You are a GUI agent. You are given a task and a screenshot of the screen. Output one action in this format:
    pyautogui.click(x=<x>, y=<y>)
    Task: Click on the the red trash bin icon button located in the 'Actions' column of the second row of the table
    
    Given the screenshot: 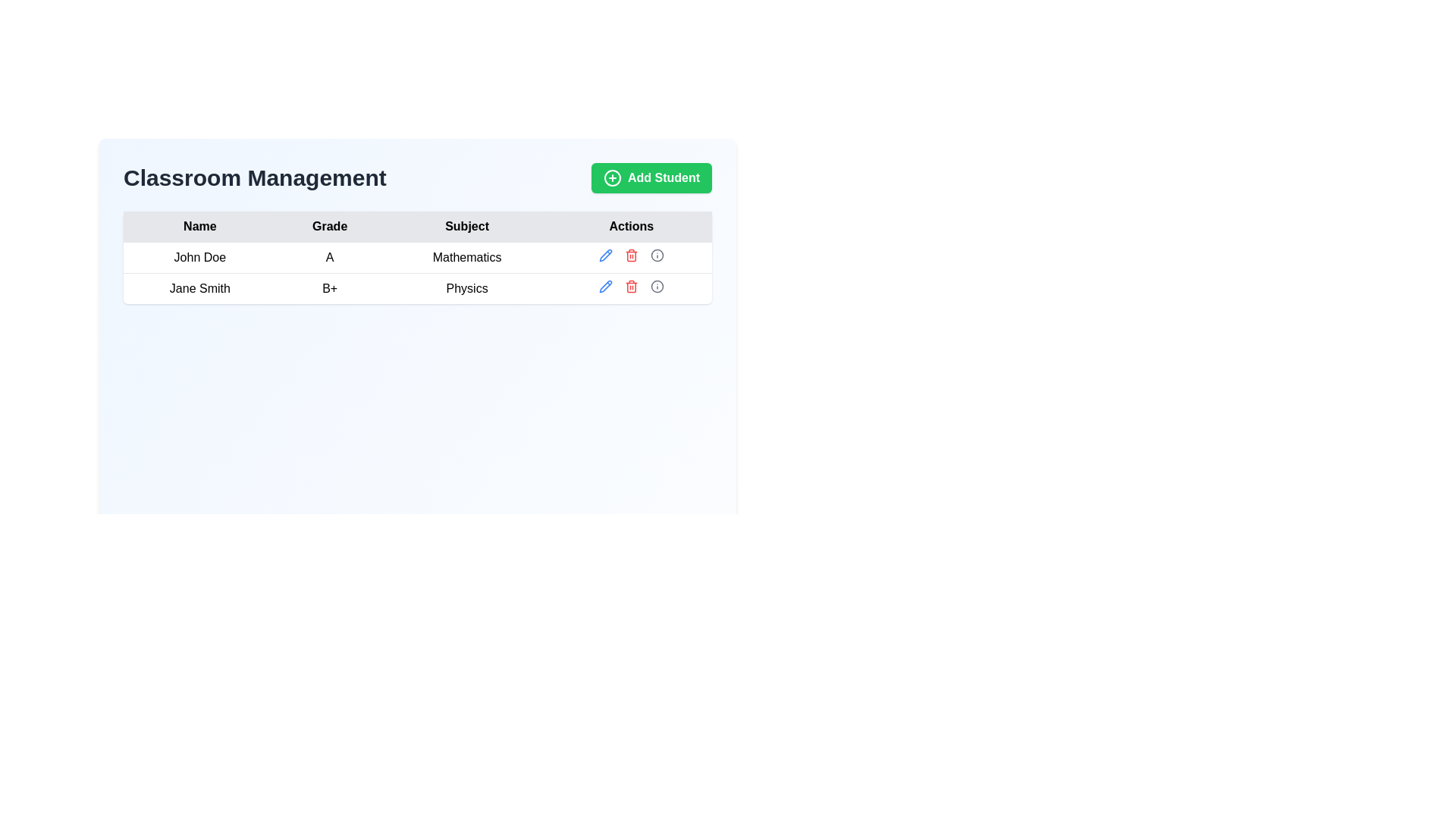 What is the action you would take?
    pyautogui.click(x=631, y=287)
    